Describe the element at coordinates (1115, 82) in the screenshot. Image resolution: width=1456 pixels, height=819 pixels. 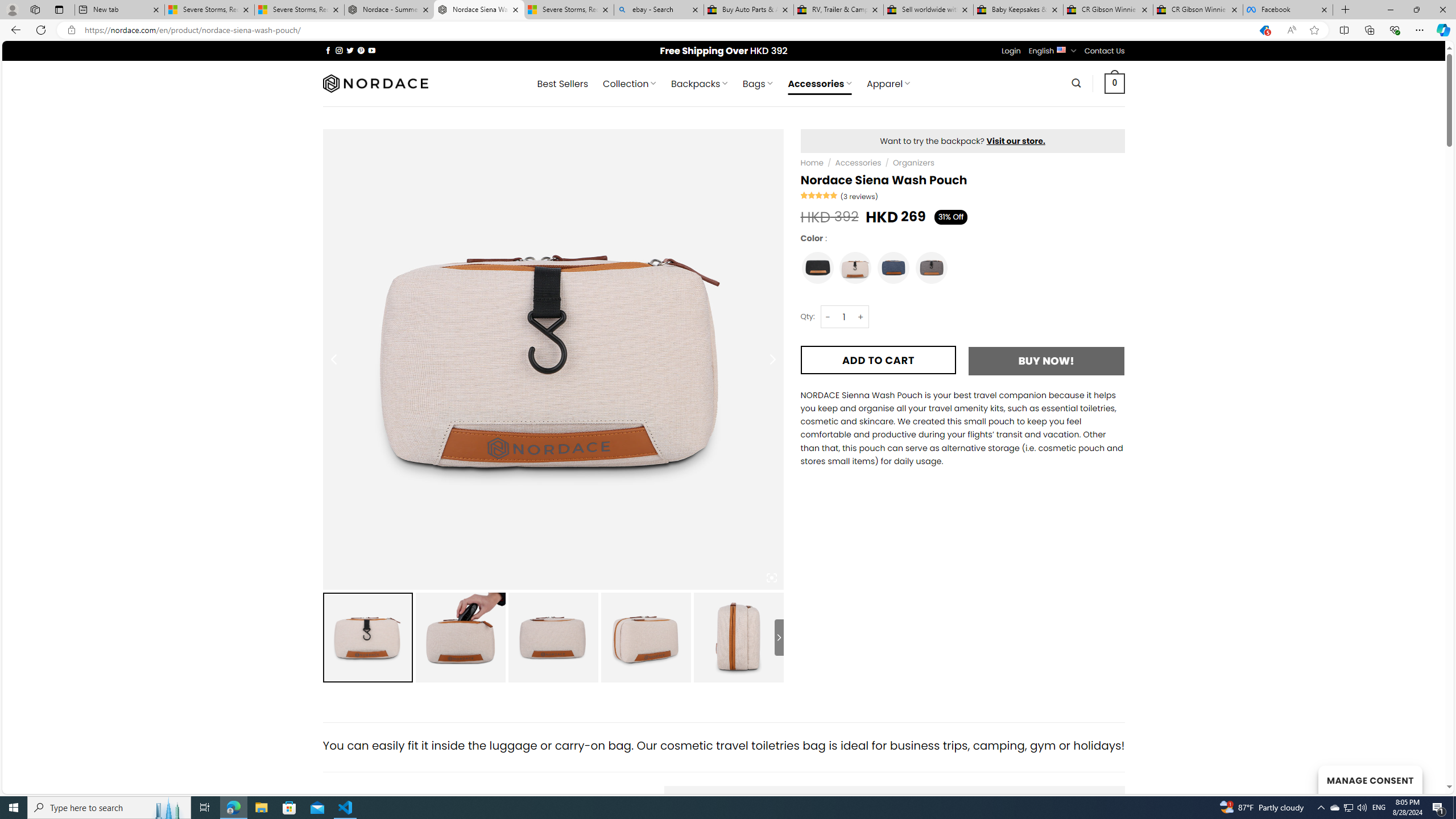
I see `'  0  '` at that location.